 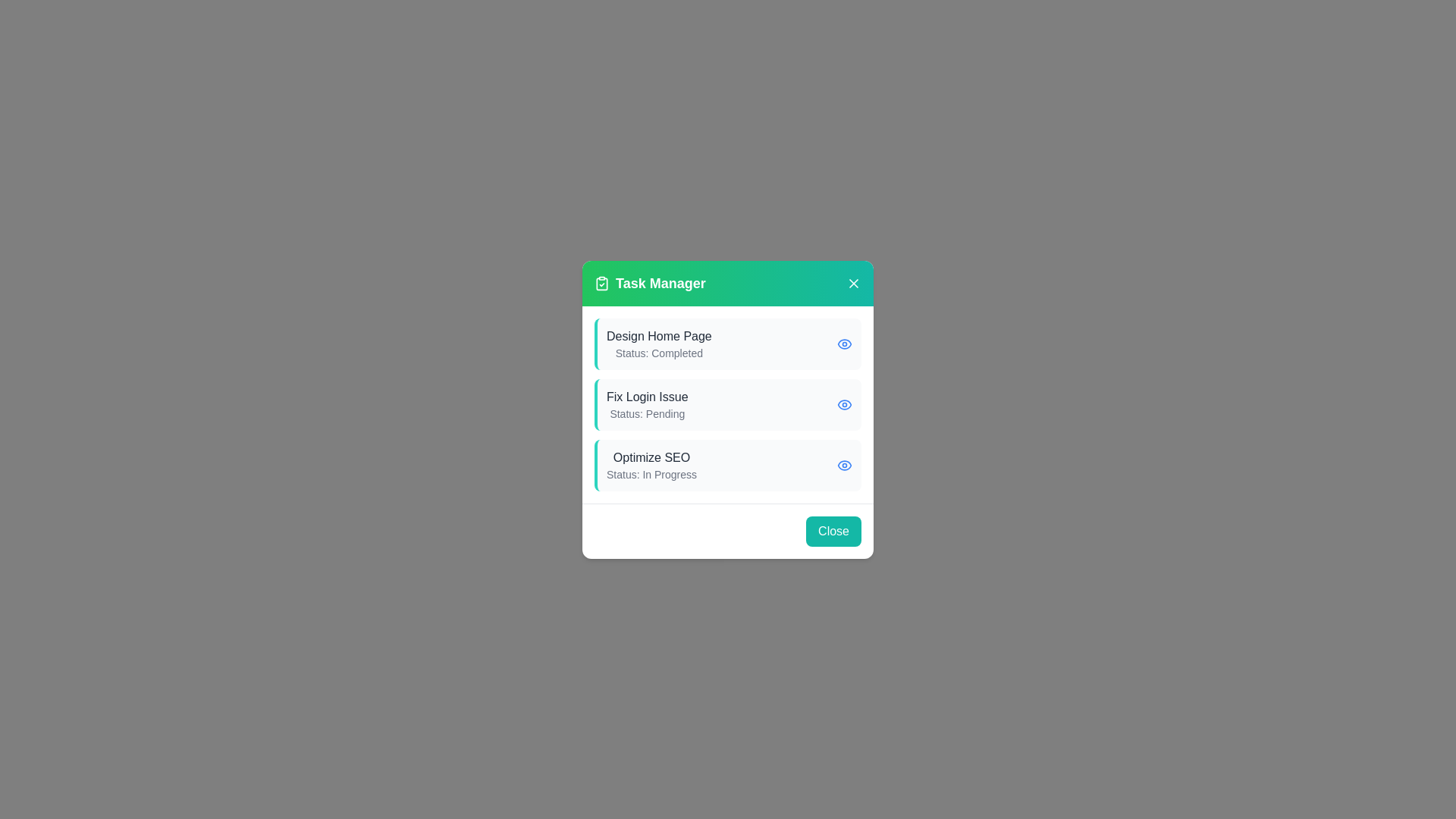 I want to click on the clipboard icon with a check mark located on the left side of the header bar next to the 'Task Manager' text in the task management application, so click(x=601, y=283).